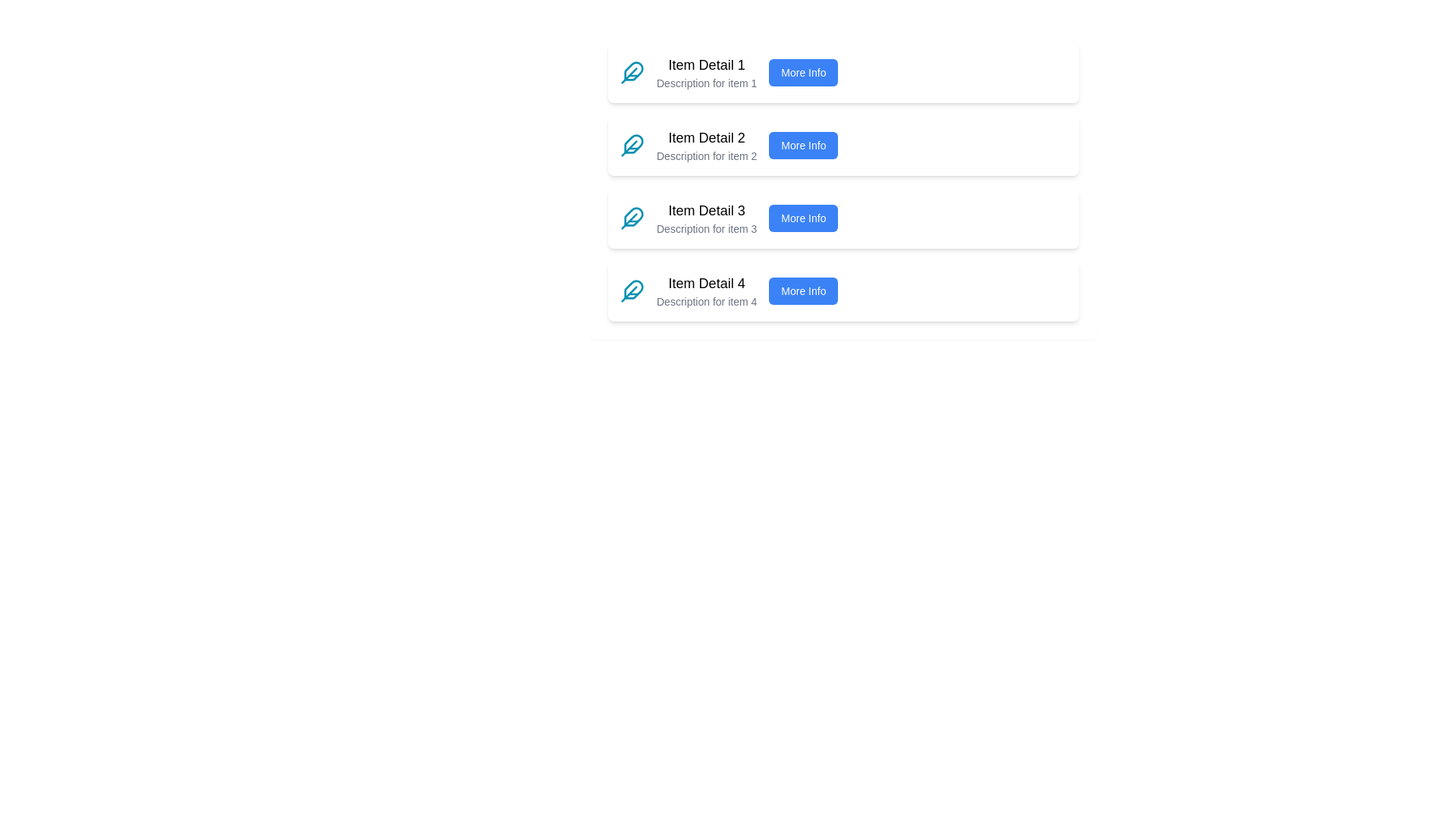 The height and width of the screenshot is (819, 1456). What do you see at coordinates (706, 83) in the screenshot?
I see `description provided in the Text label positioned below 'Item Detail 1' in the item card` at bounding box center [706, 83].